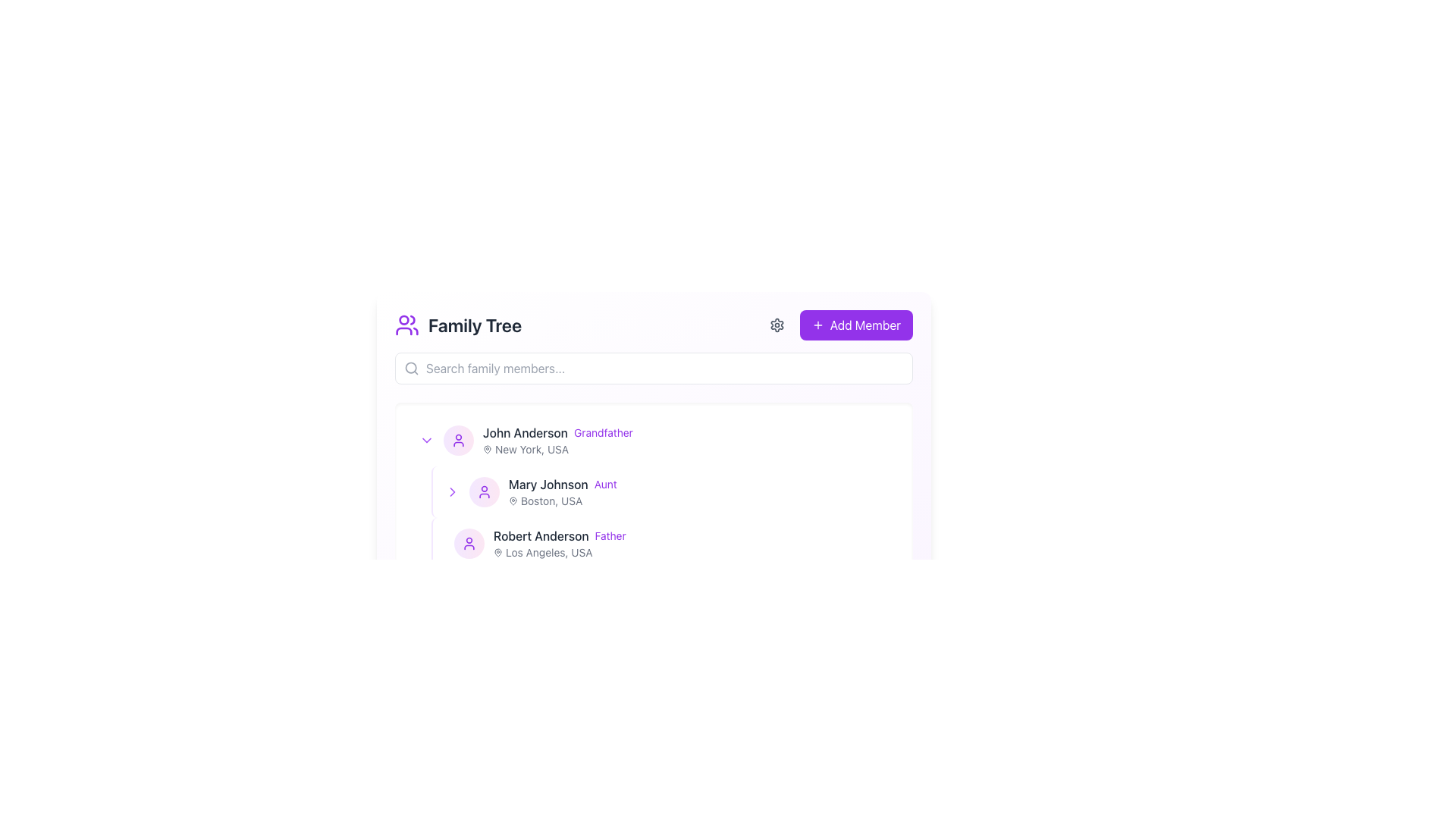  I want to click on the location pin icon representing geographical information for 'Mary Johnson', located to the left of 'Boston, USA', so click(513, 500).